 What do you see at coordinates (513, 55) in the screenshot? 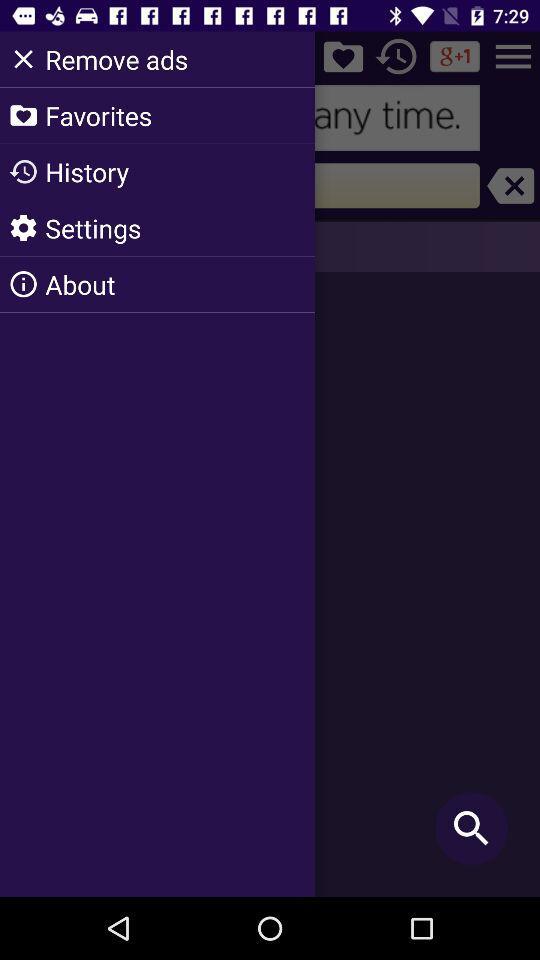
I see `the menu icon` at bounding box center [513, 55].